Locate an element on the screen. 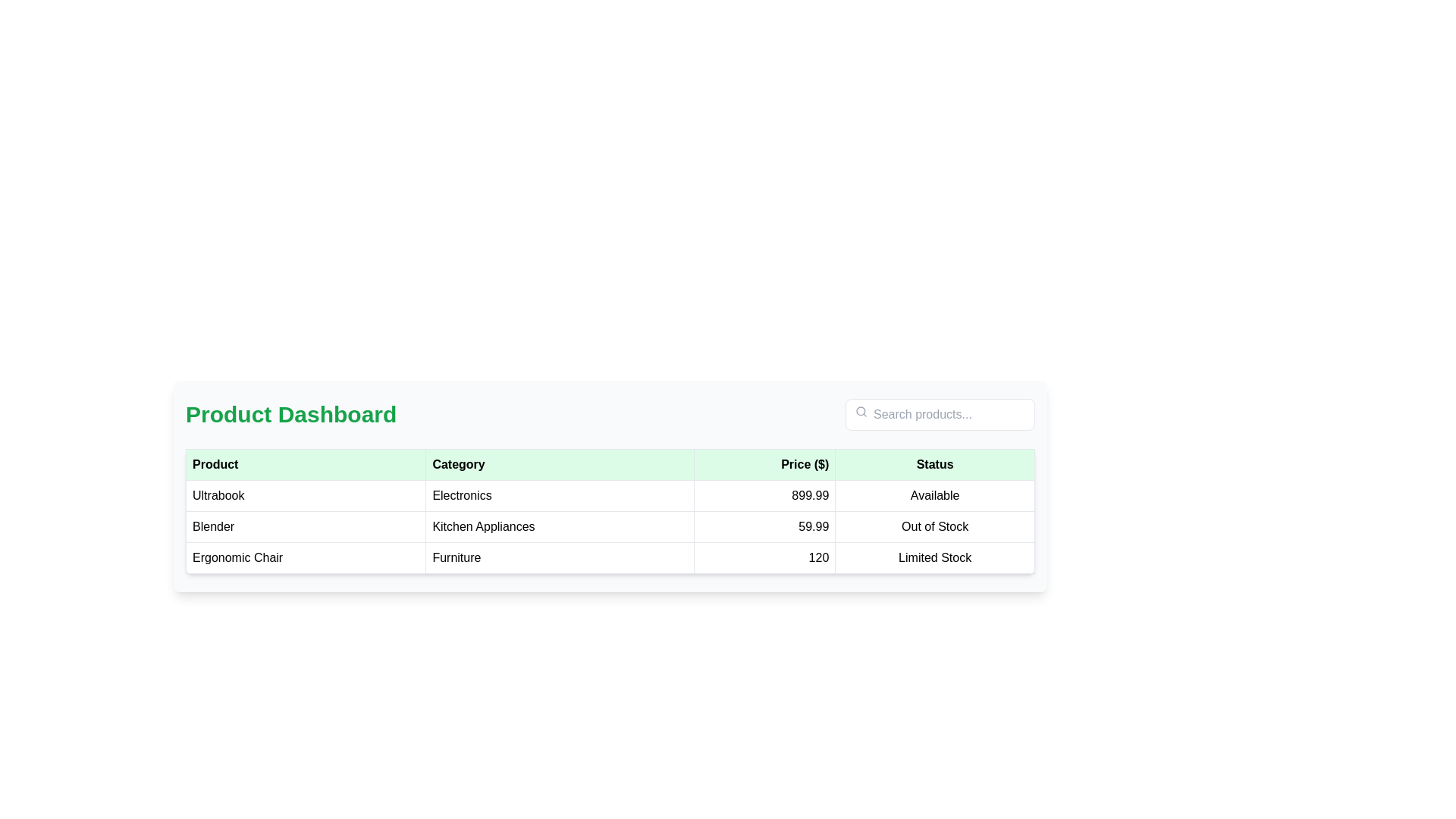 The width and height of the screenshot is (1456, 819). the 'Status' table header, which is the last header in the row with a light green background and bold text is located at coordinates (934, 464).